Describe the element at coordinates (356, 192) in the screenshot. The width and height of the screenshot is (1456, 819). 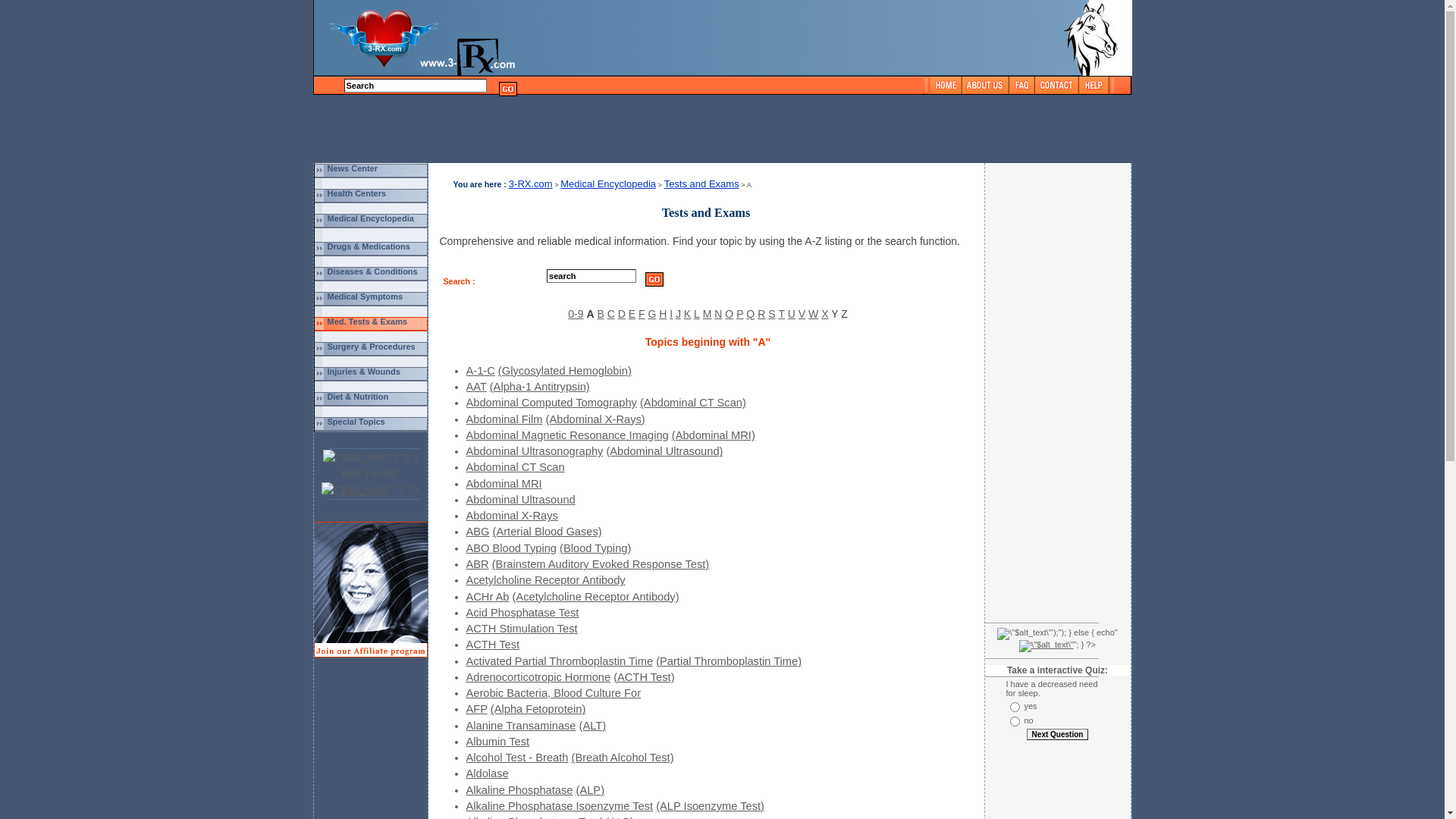
I see `'Health Centers'` at that location.